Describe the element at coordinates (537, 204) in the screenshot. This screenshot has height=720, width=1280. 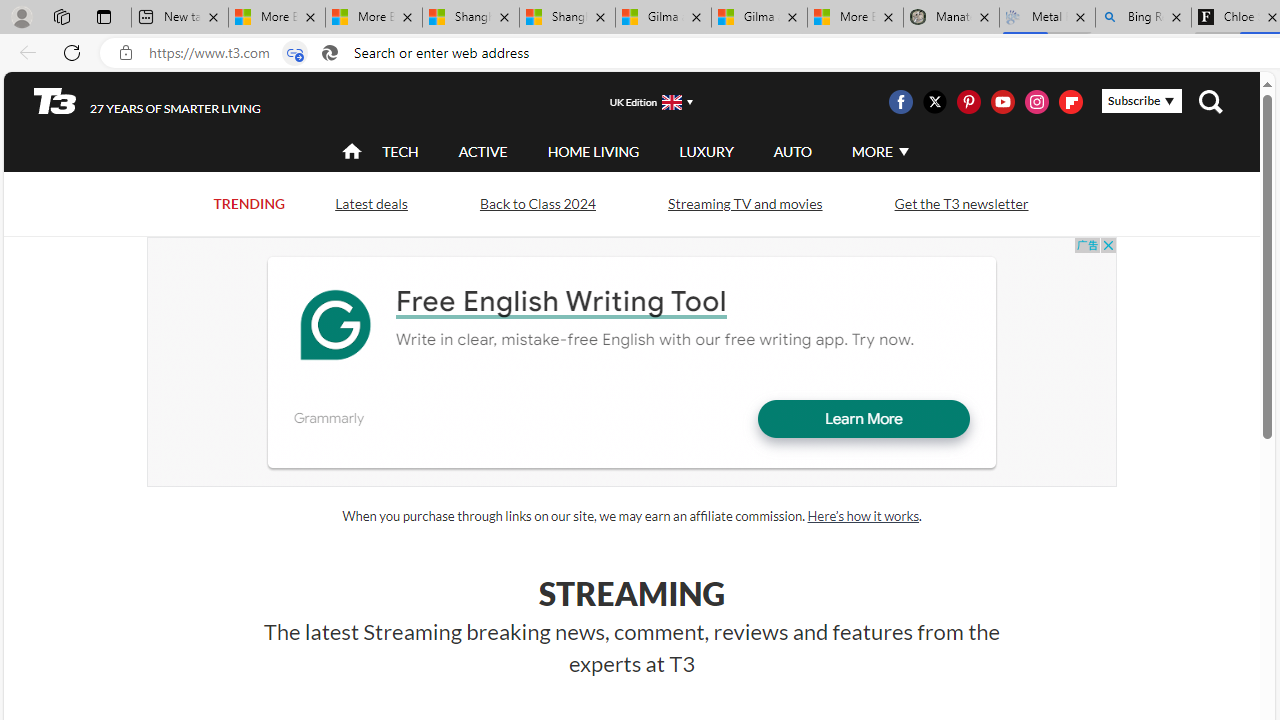
I see `'Back to Class 2024'` at that location.